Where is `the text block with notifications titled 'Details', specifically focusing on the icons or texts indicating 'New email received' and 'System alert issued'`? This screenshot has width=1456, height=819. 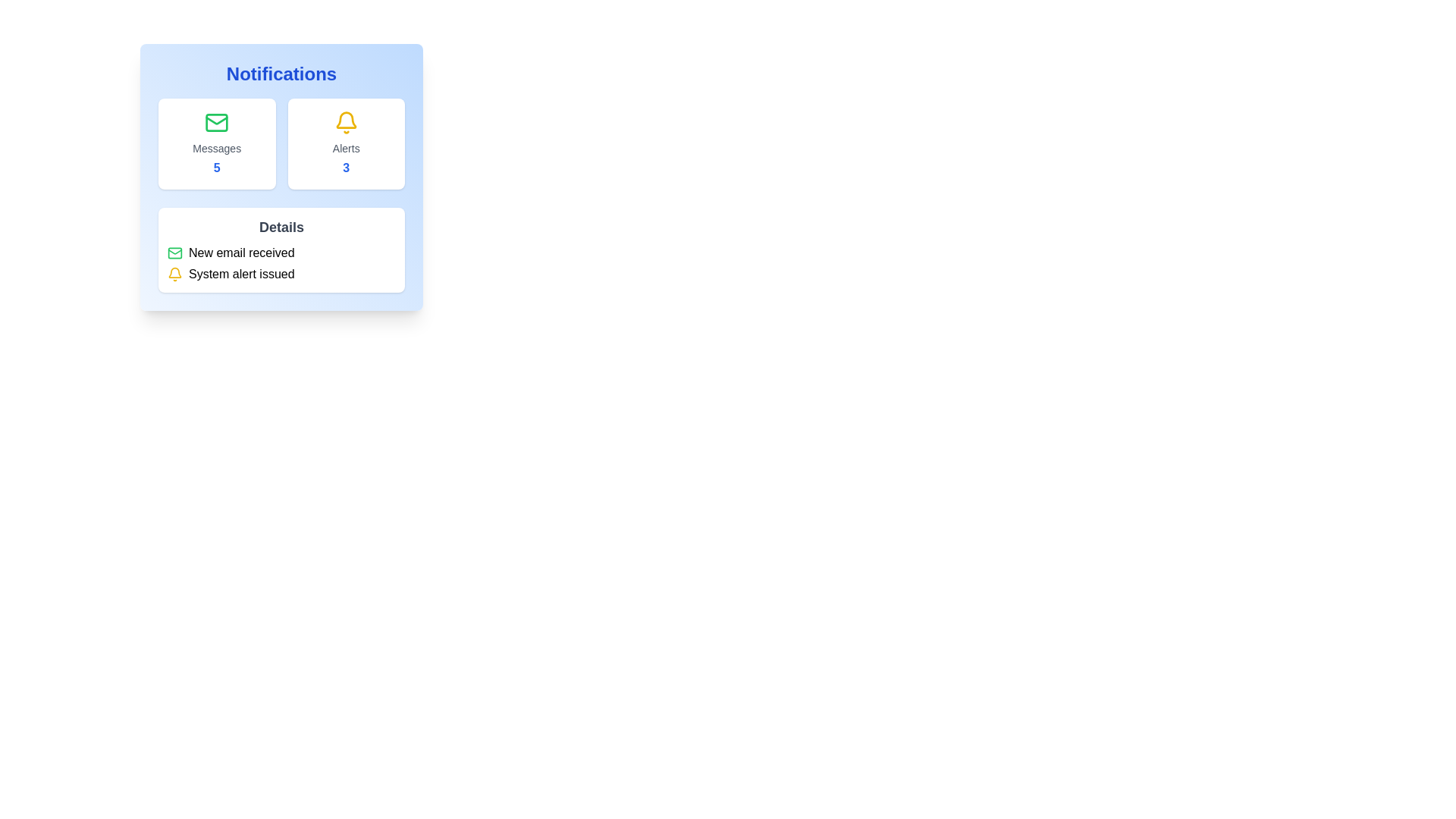
the text block with notifications titled 'Details', specifically focusing on the icons or texts indicating 'New email received' and 'System alert issued' is located at coordinates (281, 262).